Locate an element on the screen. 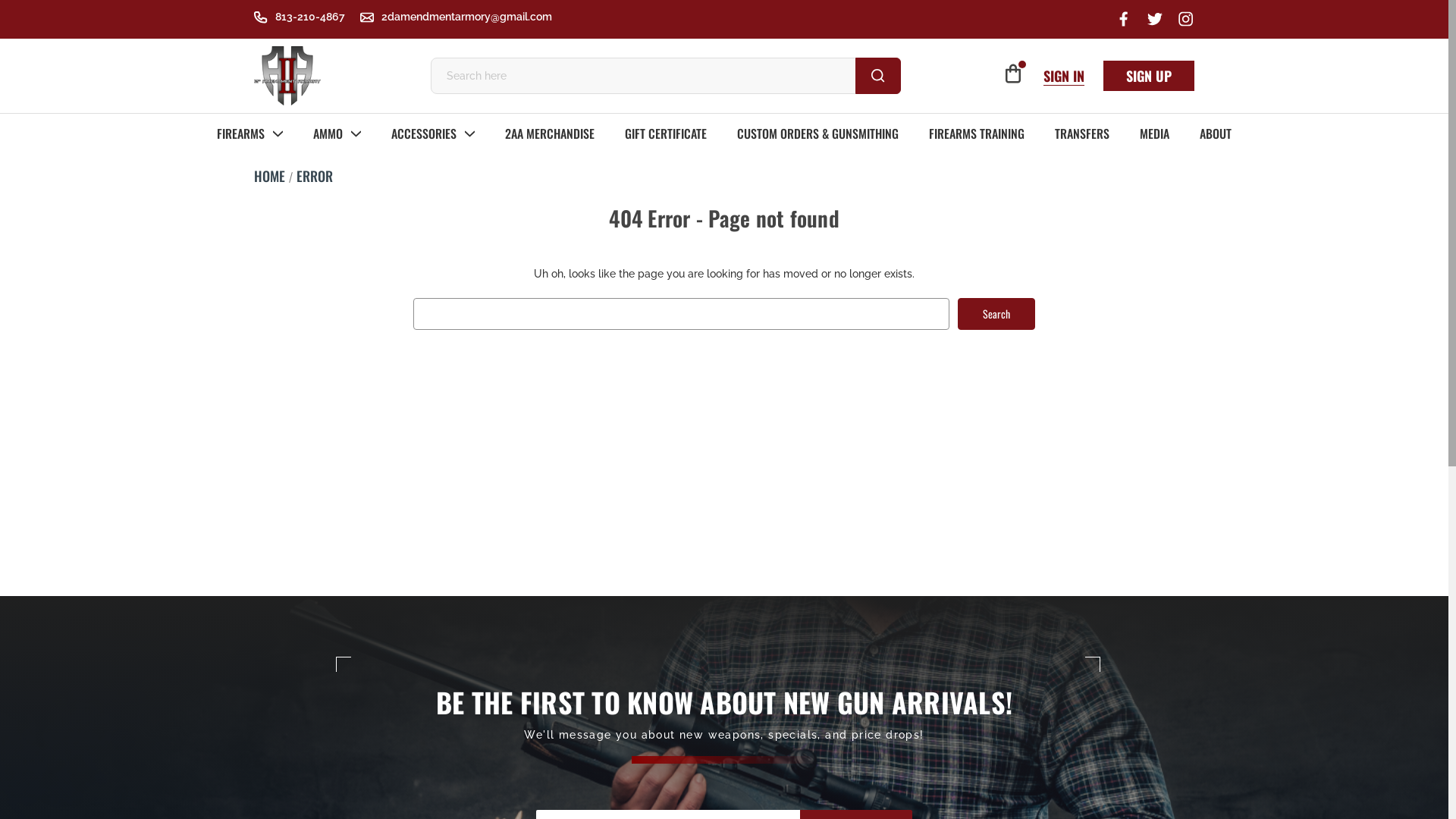  '2AA MERCHANDISE' is located at coordinates (490, 133).